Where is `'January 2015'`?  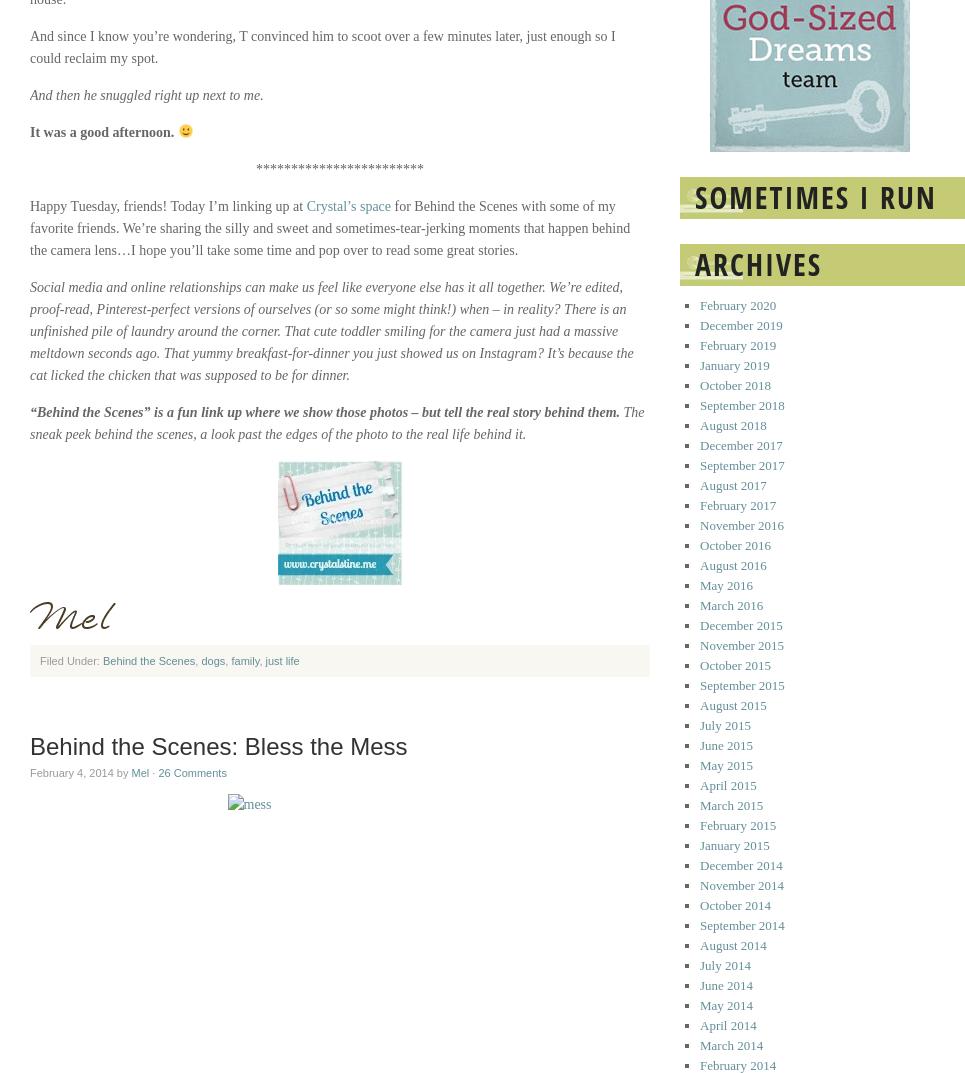
'January 2015' is located at coordinates (734, 844).